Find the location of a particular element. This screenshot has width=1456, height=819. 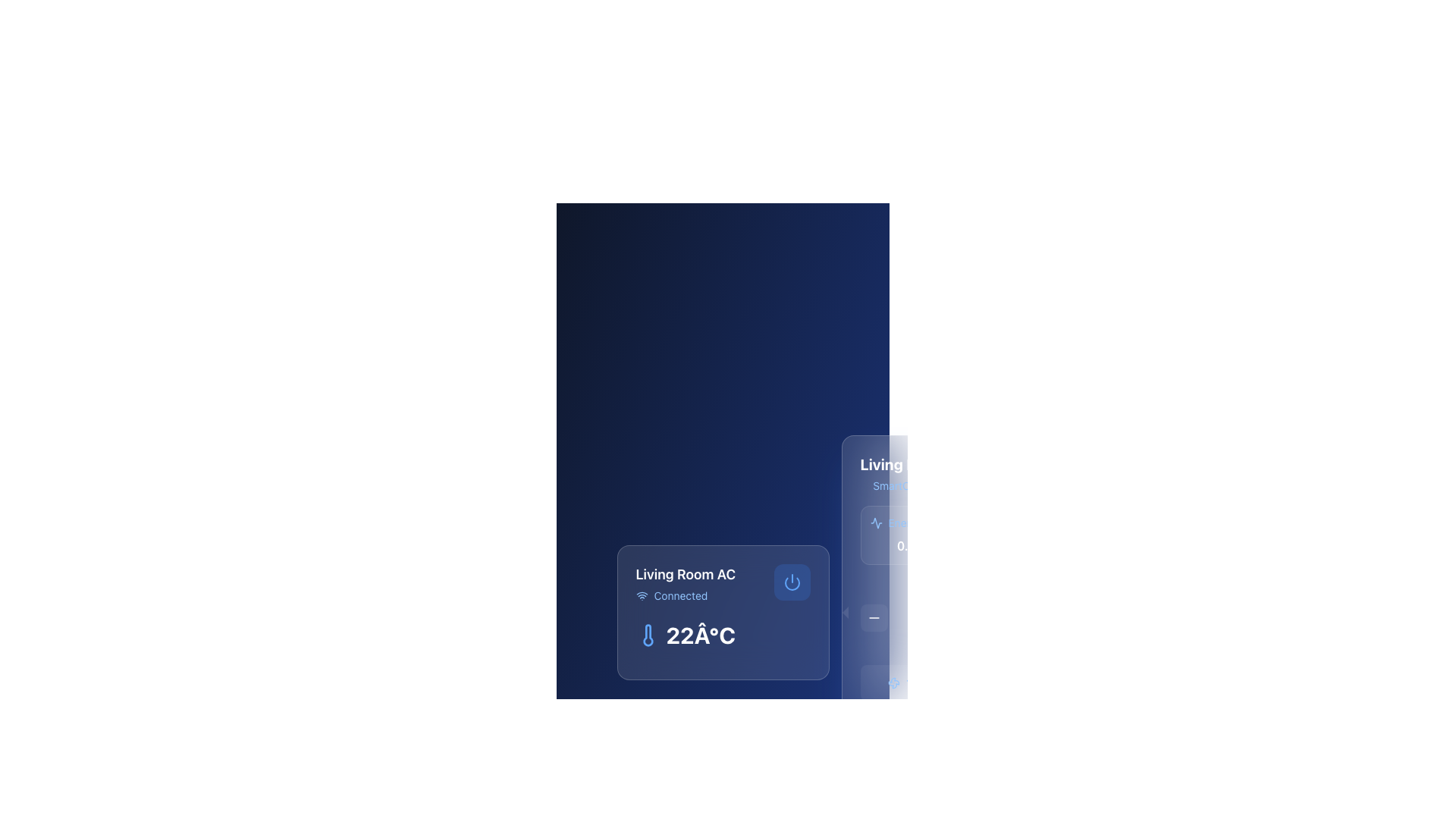

the thermometer icon located at the leftmost side of the '22°C' text block in the widget for 'Living Room AC' is located at coordinates (648, 635).